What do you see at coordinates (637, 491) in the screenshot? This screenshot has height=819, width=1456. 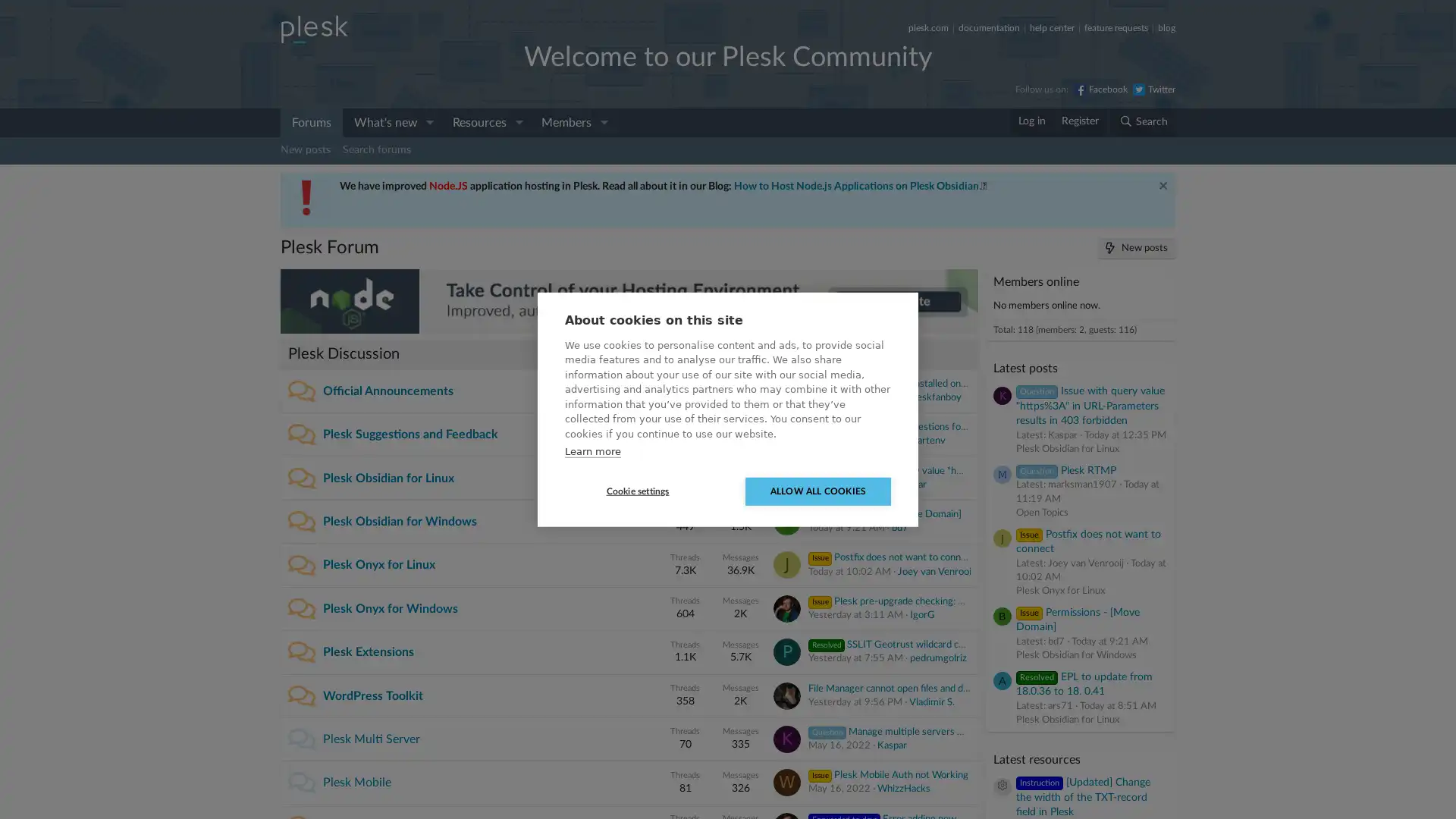 I see `Cookie settings` at bounding box center [637, 491].